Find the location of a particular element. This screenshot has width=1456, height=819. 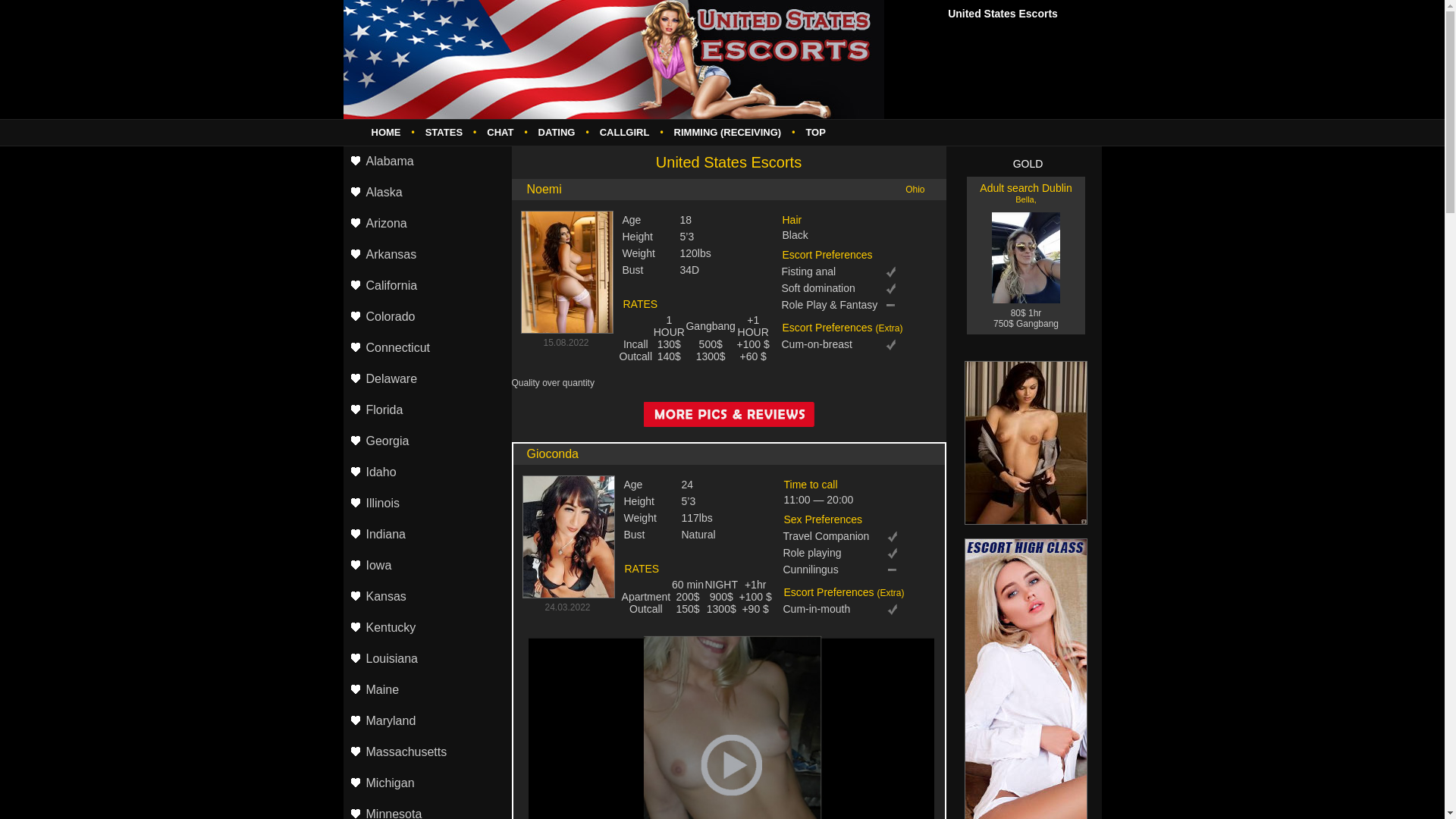

'Arkansas' is located at coordinates (341, 254).